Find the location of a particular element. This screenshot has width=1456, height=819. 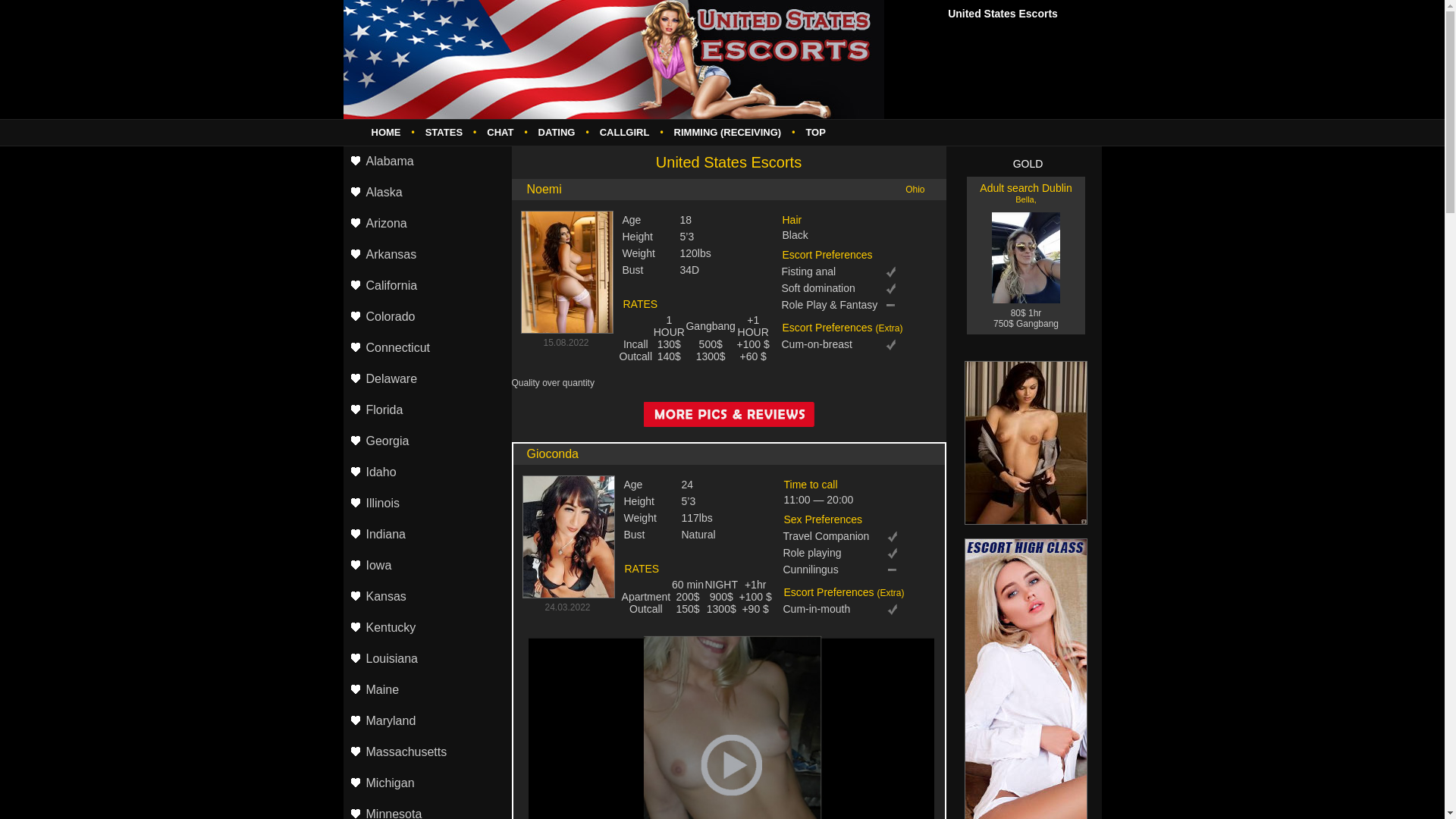

'Arkansas' is located at coordinates (341, 254).